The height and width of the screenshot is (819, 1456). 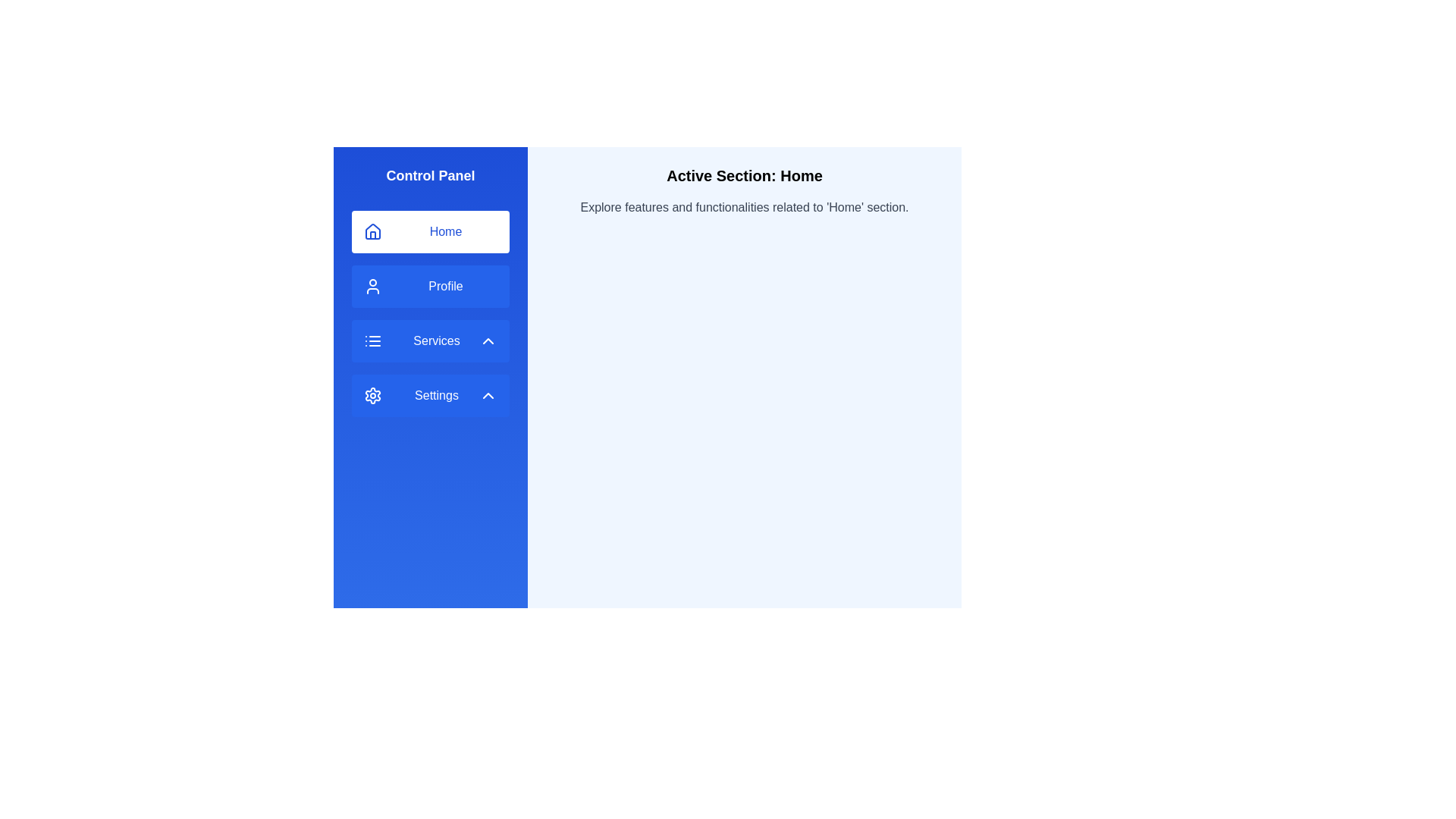 I want to click on the 'Settings' graphical icon located in the side navigation panel, so click(x=372, y=394).